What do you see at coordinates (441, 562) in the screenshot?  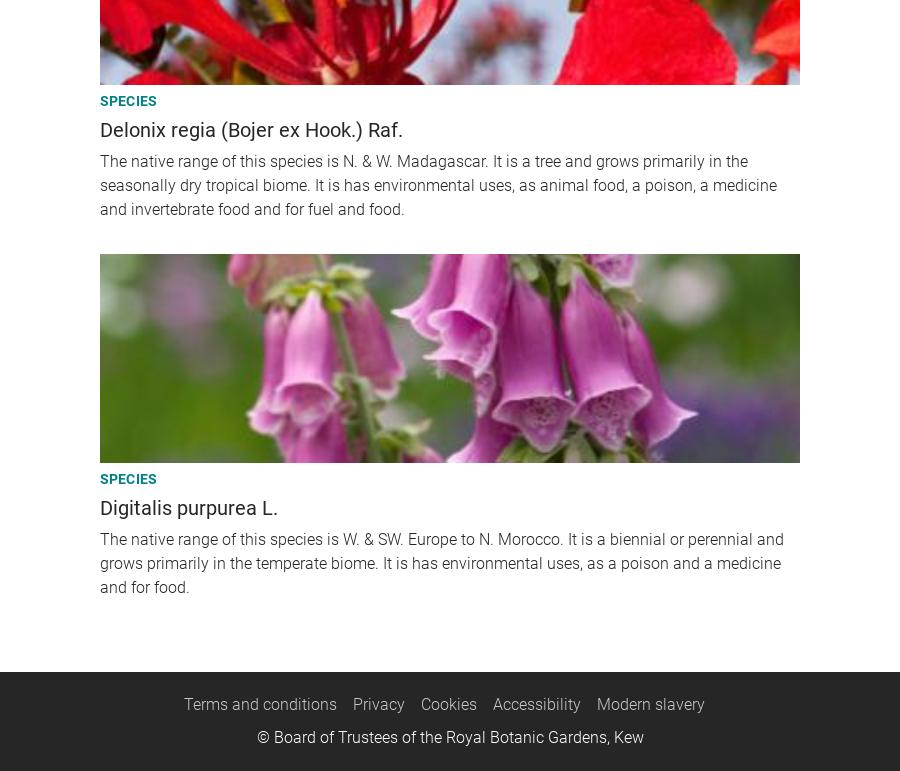 I see `'The native range of this species is W. & SW. Europe to N. Morocco. It is a biennial or perennial and grows primarily in the temperate biome. It is has environmental uses, as a poison and a medicine and for food.'` at bounding box center [441, 562].